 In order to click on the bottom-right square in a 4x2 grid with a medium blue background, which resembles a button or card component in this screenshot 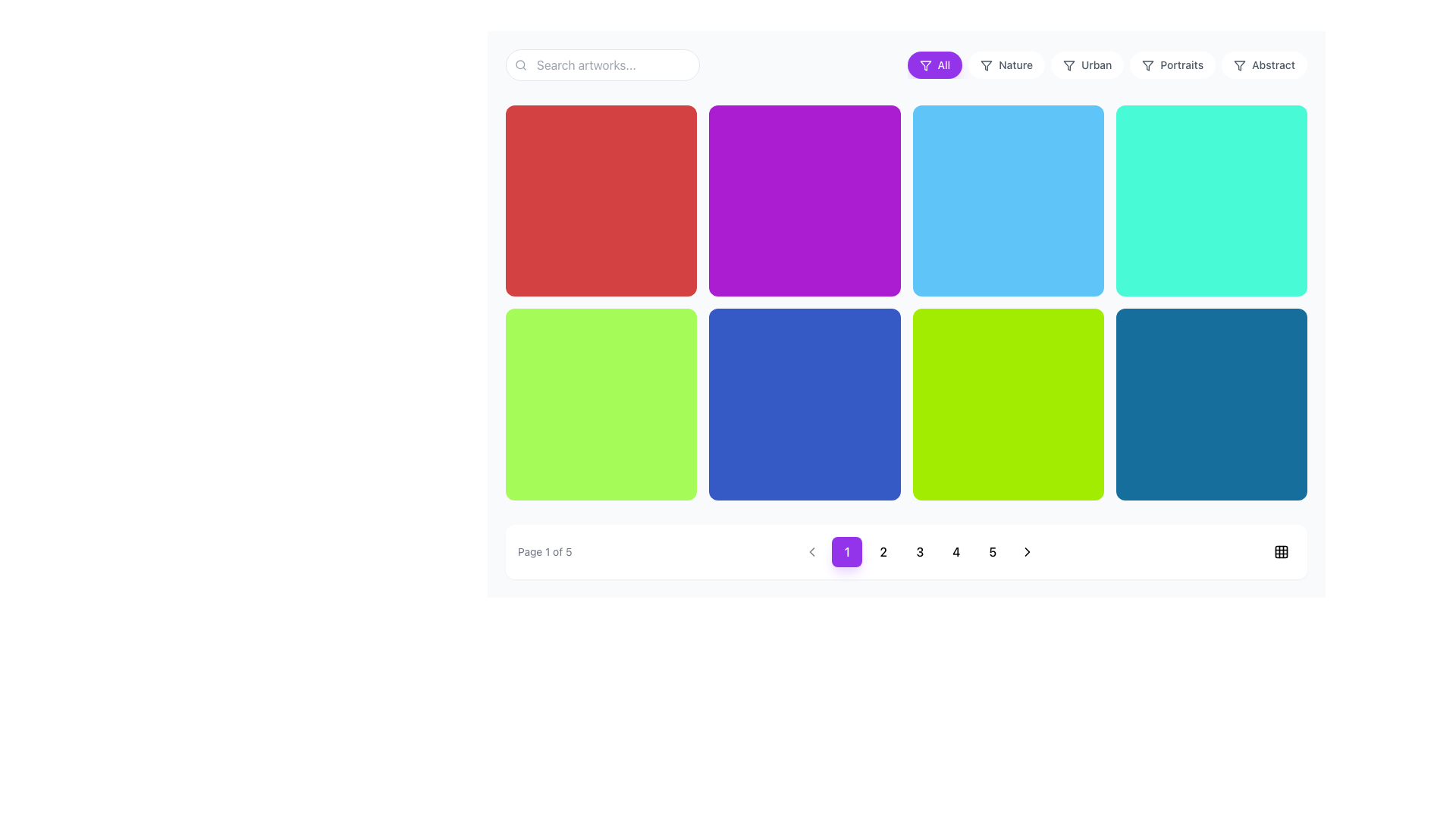, I will do `click(1210, 403)`.